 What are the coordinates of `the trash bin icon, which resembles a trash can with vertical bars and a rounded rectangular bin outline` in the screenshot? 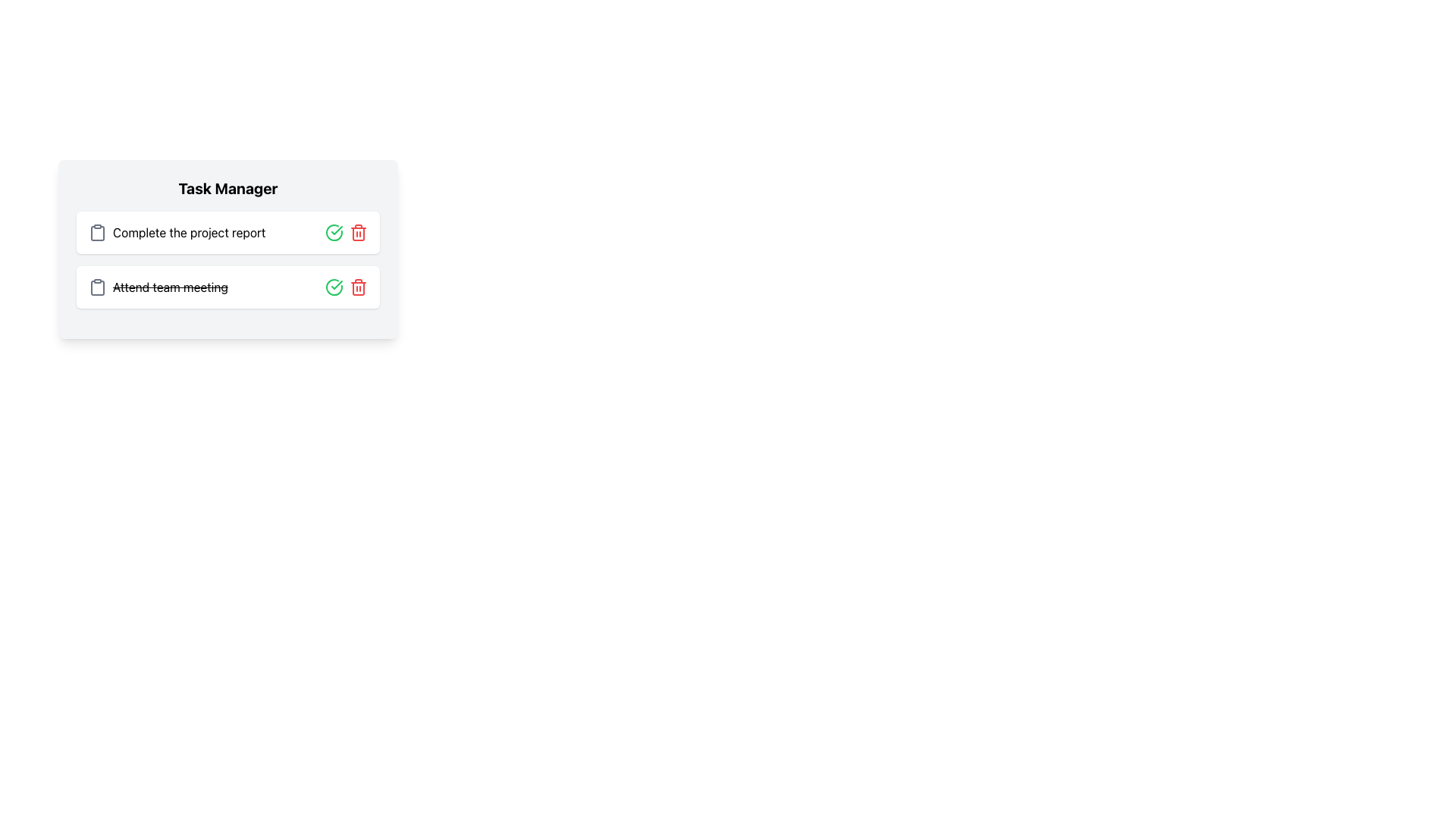 It's located at (358, 289).